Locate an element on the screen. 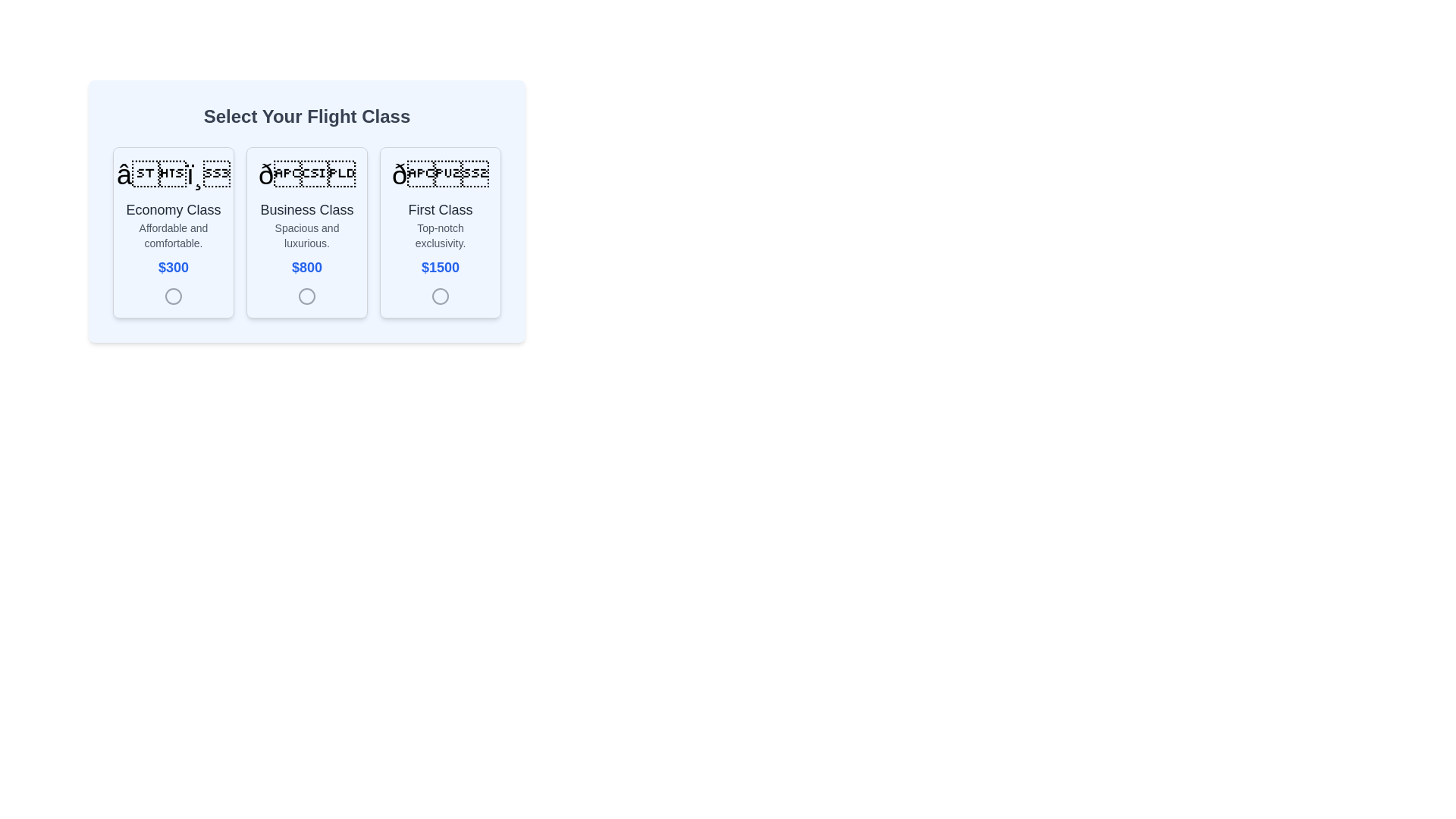 The height and width of the screenshot is (819, 1456). the second selection panel for the business class flight is located at coordinates (306, 233).